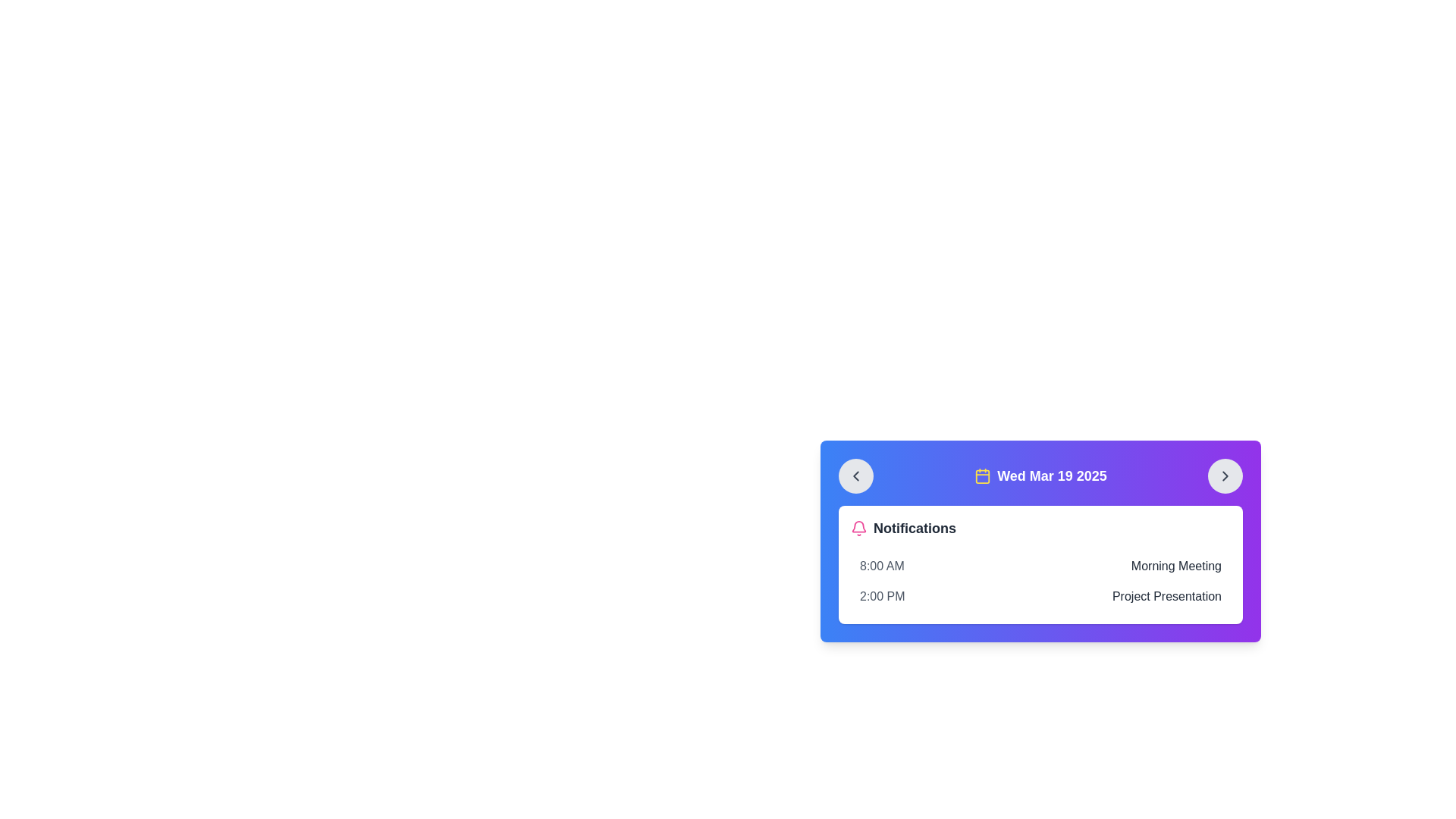 The height and width of the screenshot is (819, 1456). What do you see at coordinates (1040, 566) in the screenshot?
I see `the first event item in the notifications list, which displays '8:00 AM' on the left and 'Morning Meeting' on the right` at bounding box center [1040, 566].